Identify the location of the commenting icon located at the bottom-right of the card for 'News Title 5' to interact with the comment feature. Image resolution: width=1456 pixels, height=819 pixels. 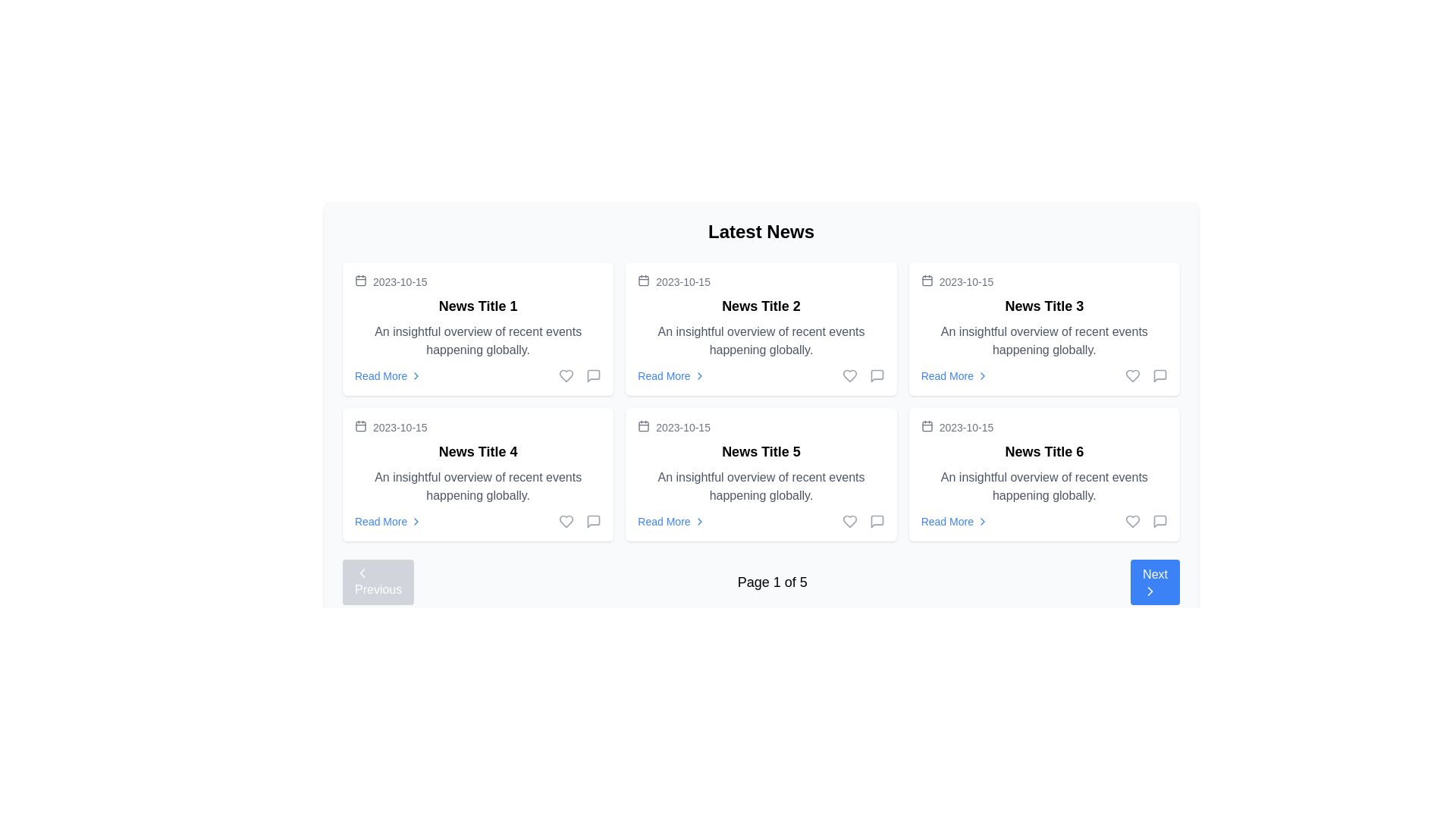
(877, 520).